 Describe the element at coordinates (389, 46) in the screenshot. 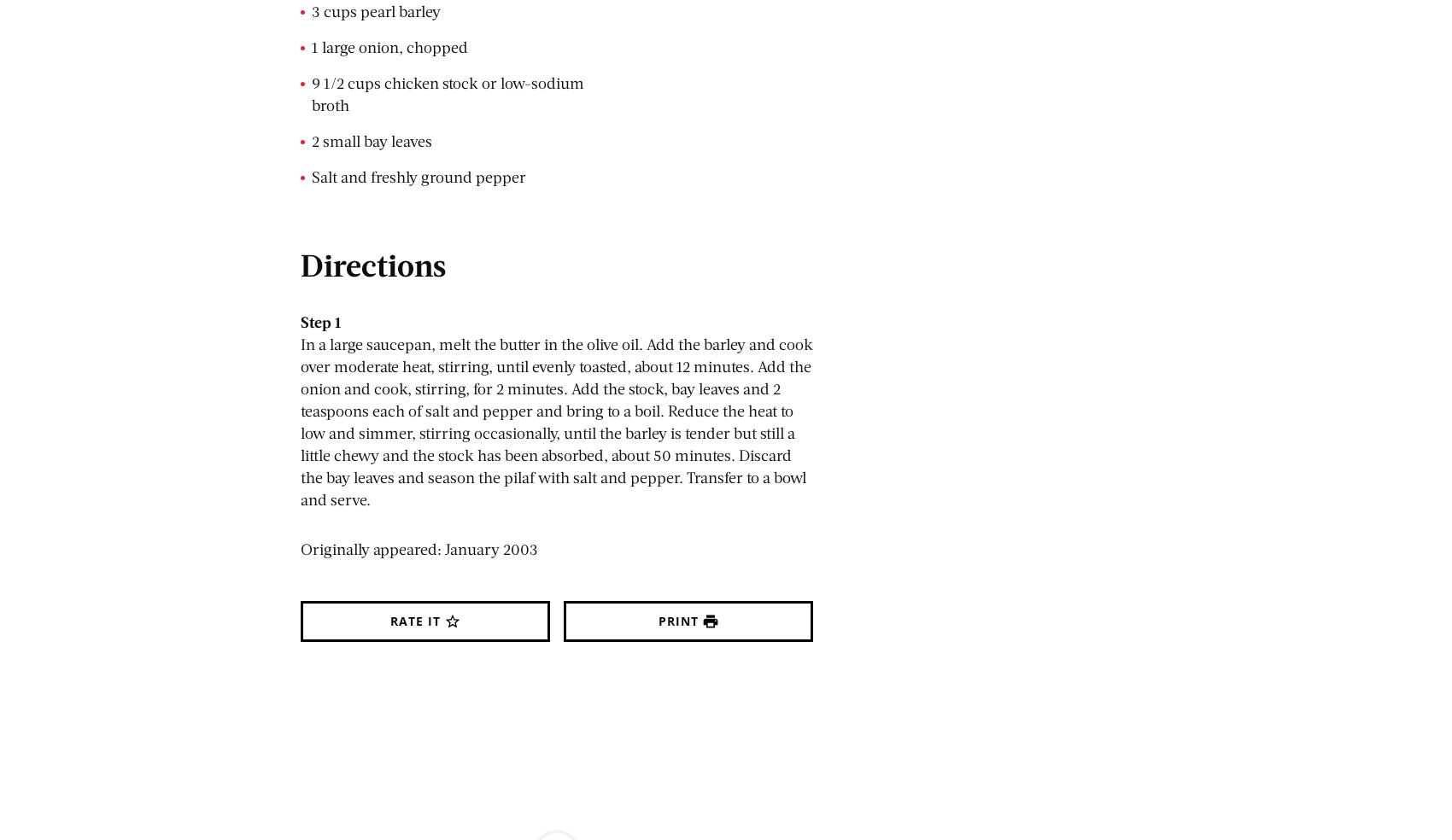

I see `'1 large onion, chopped'` at that location.